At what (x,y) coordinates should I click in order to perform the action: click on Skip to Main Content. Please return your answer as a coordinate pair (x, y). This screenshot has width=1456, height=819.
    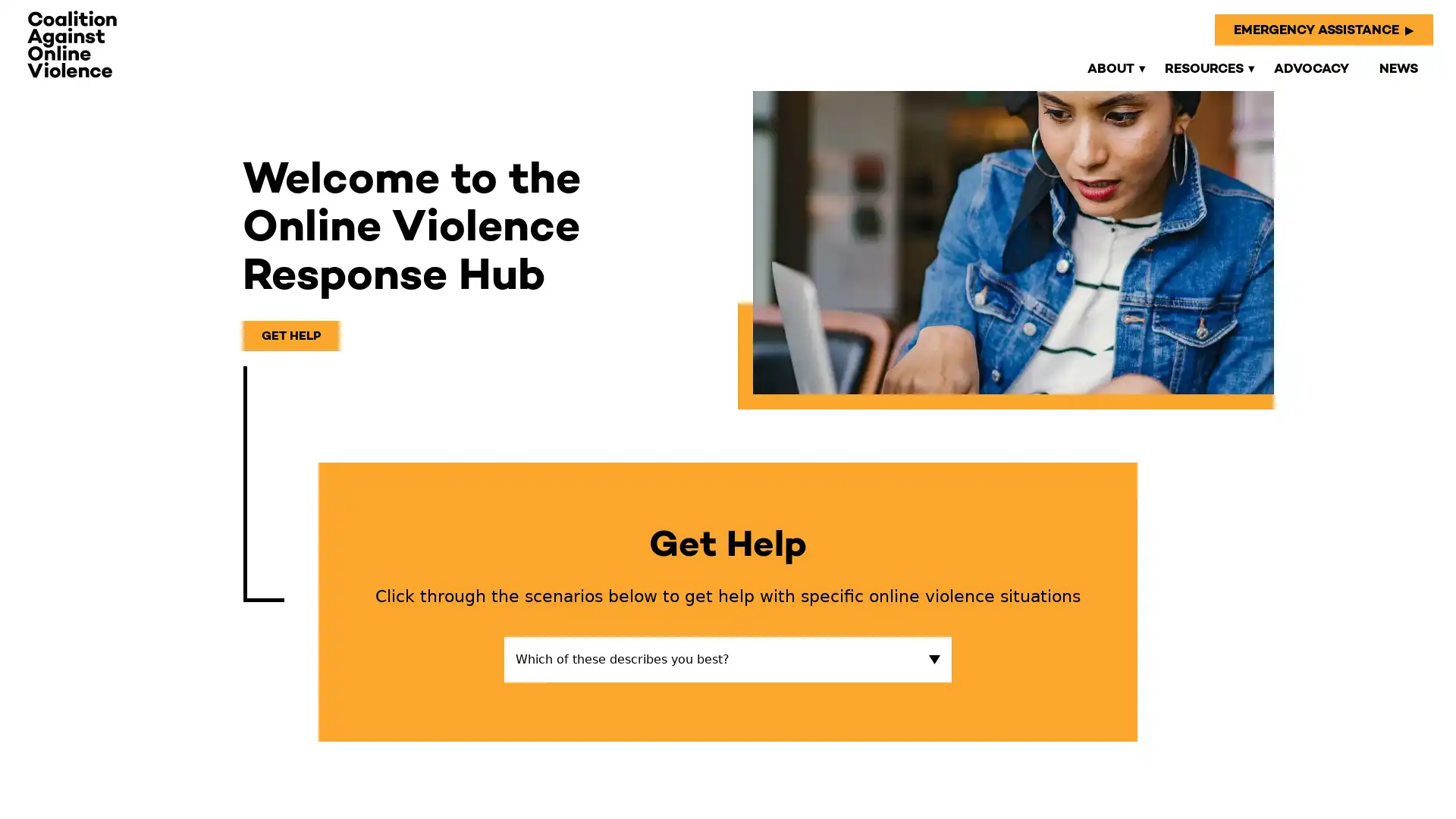
    Looking at the image, I should click on (15, 15).